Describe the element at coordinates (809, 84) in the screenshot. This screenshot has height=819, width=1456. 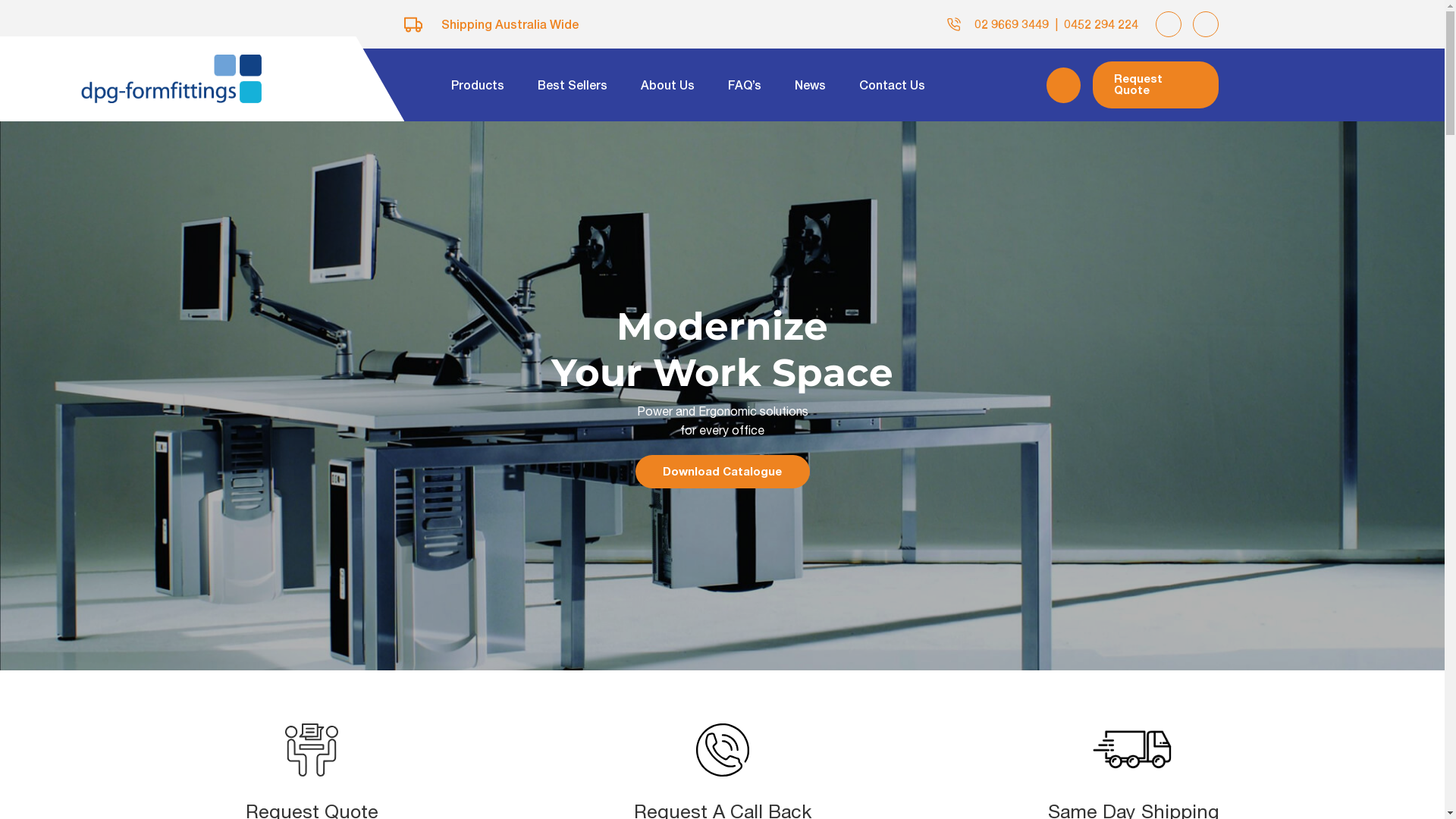
I see `'News'` at that location.